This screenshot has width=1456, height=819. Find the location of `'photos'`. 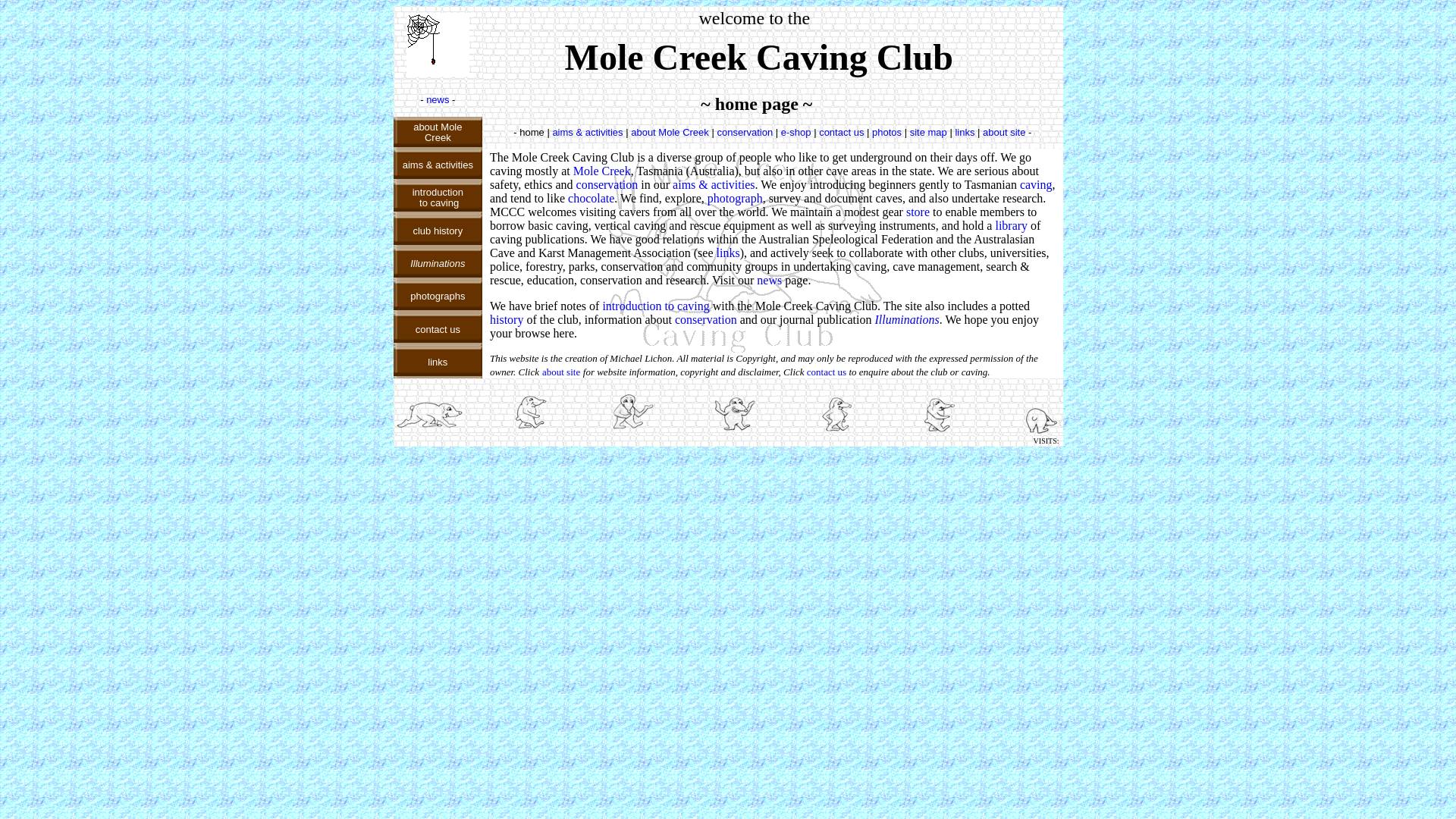

'photos' is located at coordinates (886, 130).